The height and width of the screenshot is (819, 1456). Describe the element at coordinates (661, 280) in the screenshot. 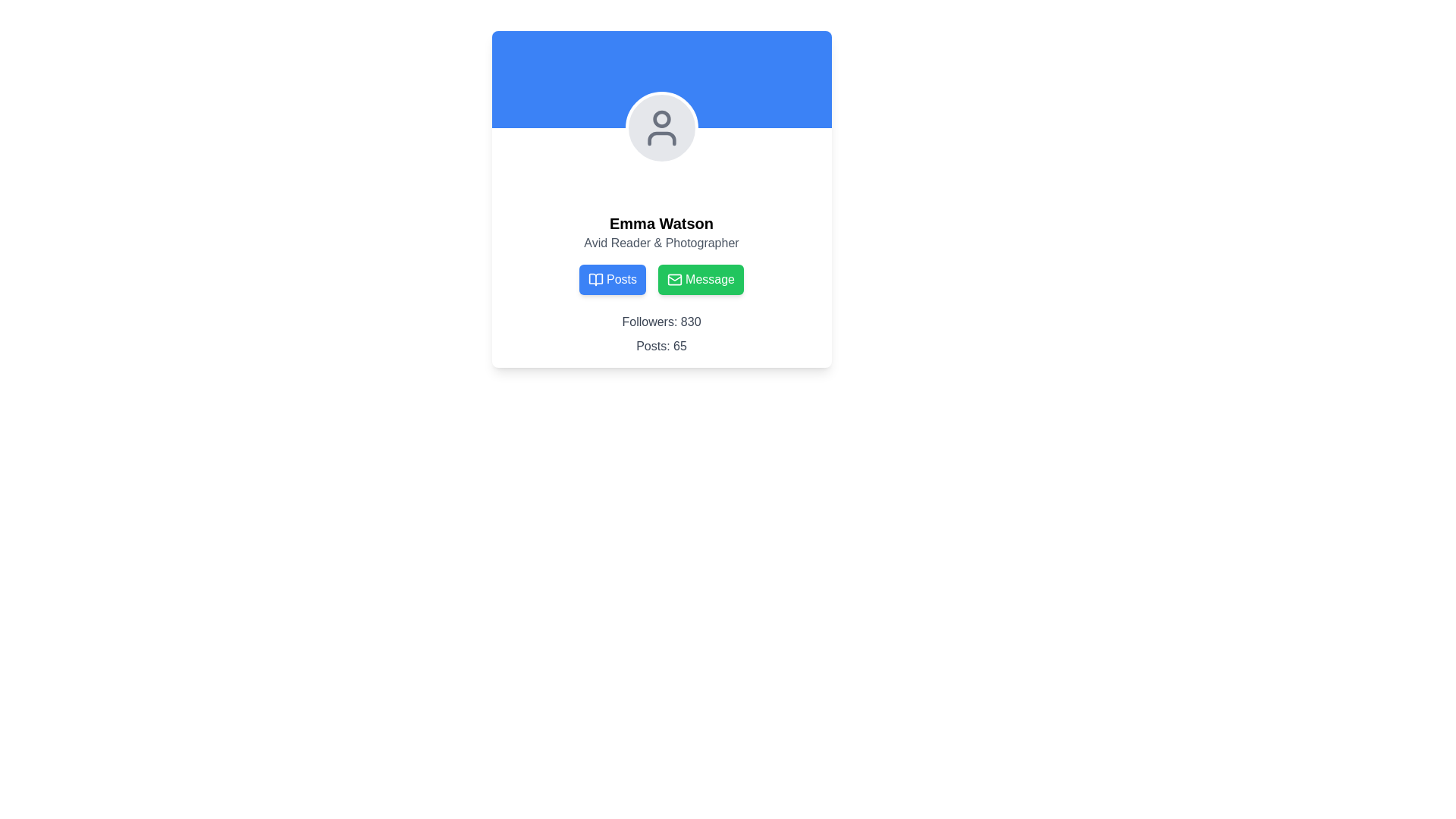

I see `the green rectangular 'Message' button with an envelope icon to send a message` at that location.